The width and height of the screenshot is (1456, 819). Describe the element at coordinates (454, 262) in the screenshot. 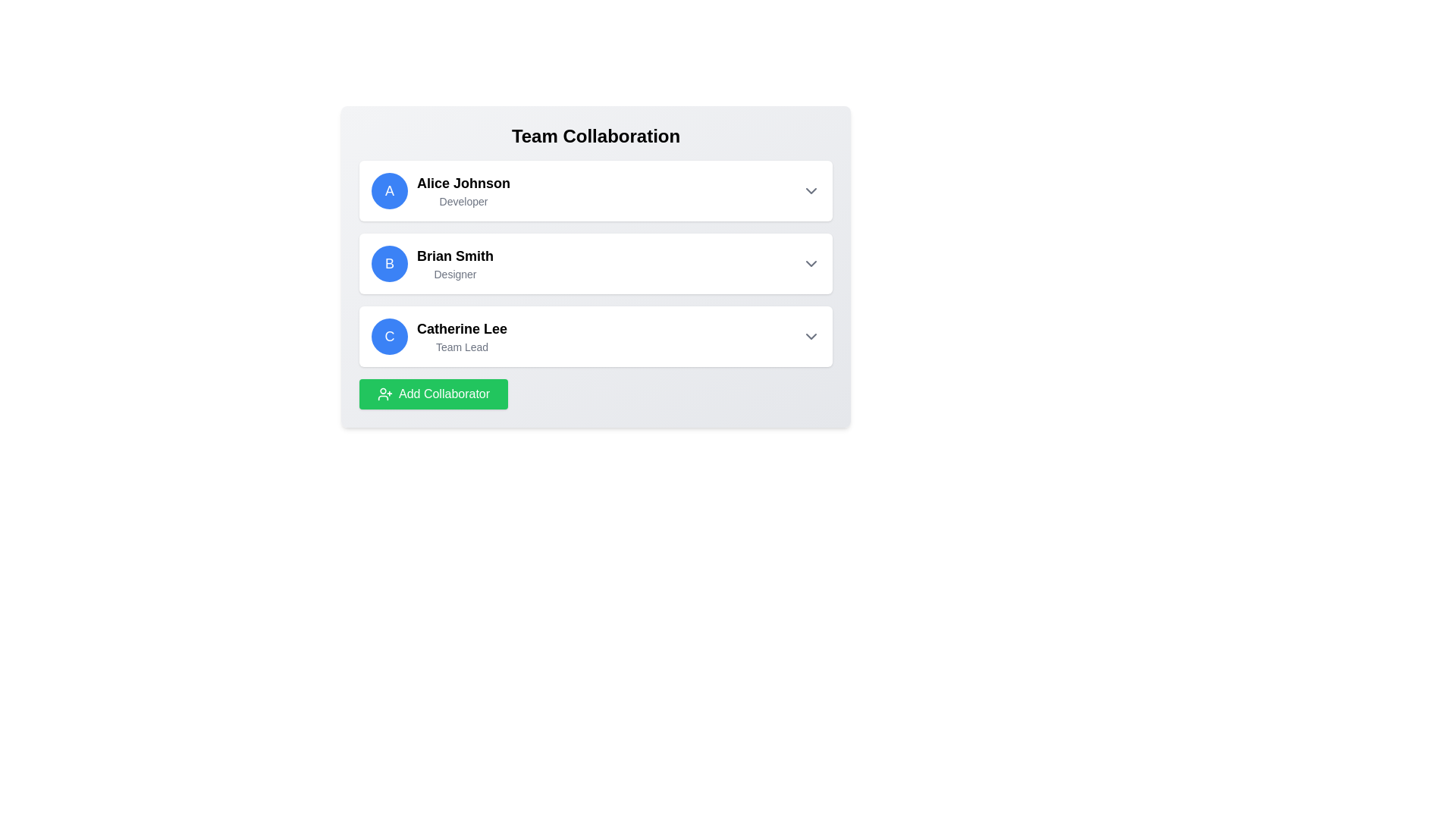

I see `the text block containing 'Brian Smith' in bold and 'Designer' in smaller font, located within the 'Team Collaboration' card, which is the second in a vertical sequence` at that location.